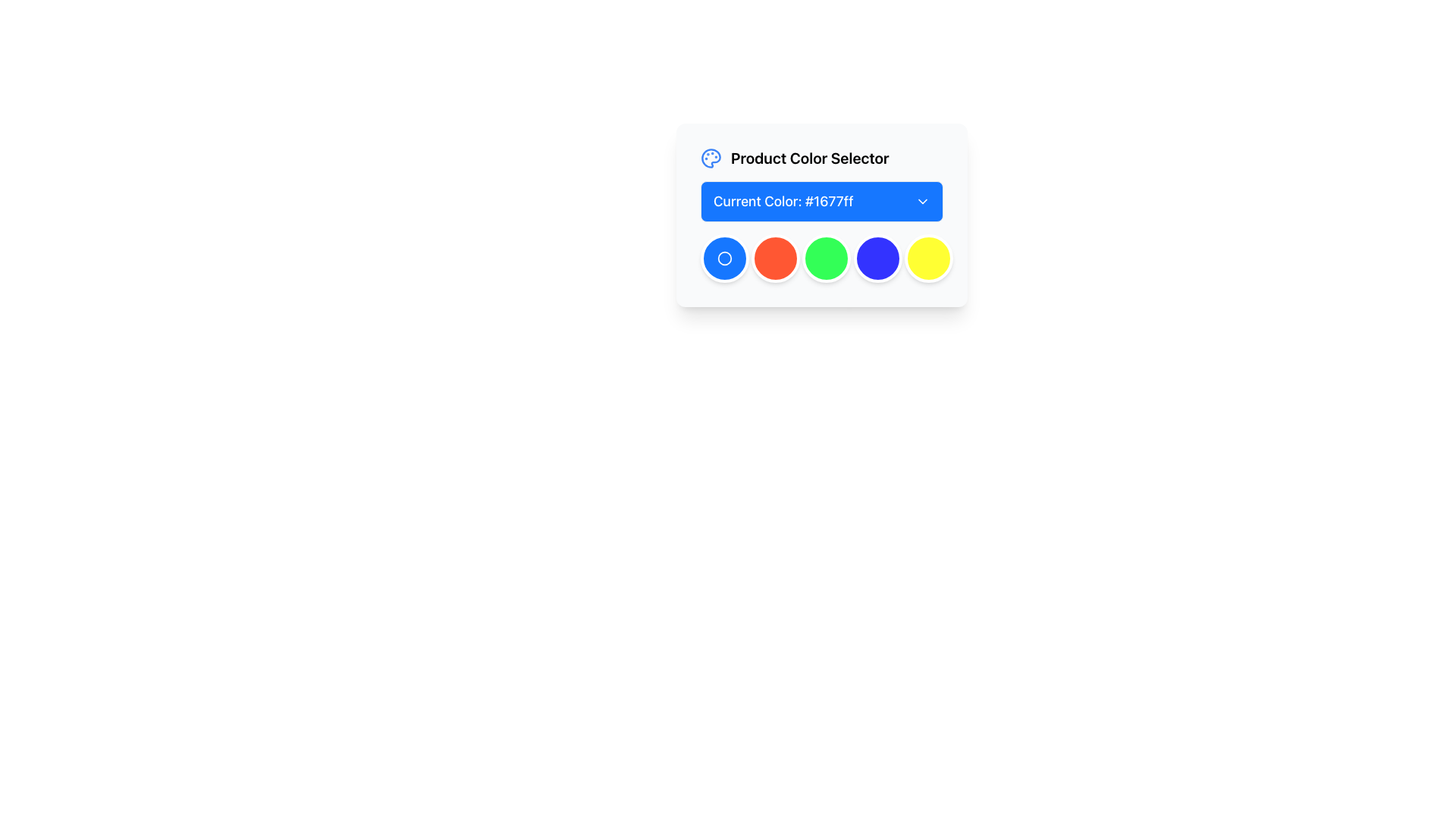 The image size is (1456, 819). Describe the element at coordinates (723, 257) in the screenshot. I see `the first circle in the color selection grid` at that location.